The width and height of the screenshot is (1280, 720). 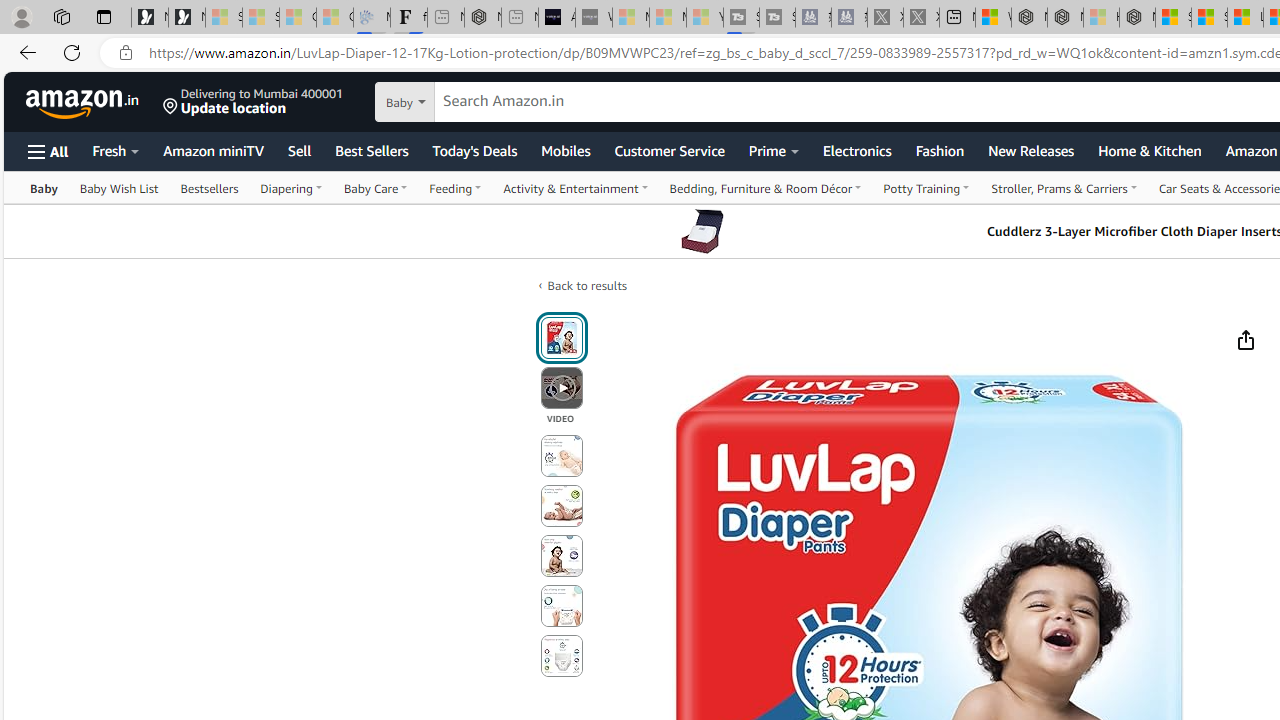 What do you see at coordinates (1137, 17) in the screenshot?
I see `'Nordace - Nordace Siena Is Not An Ordinary Backpack'` at bounding box center [1137, 17].